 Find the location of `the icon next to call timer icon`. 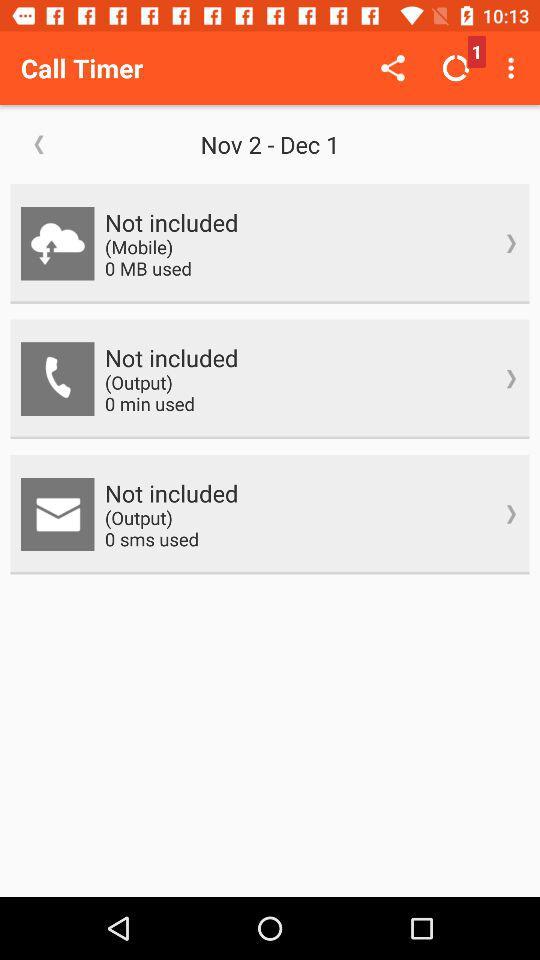

the icon next to call timer icon is located at coordinates (393, 68).